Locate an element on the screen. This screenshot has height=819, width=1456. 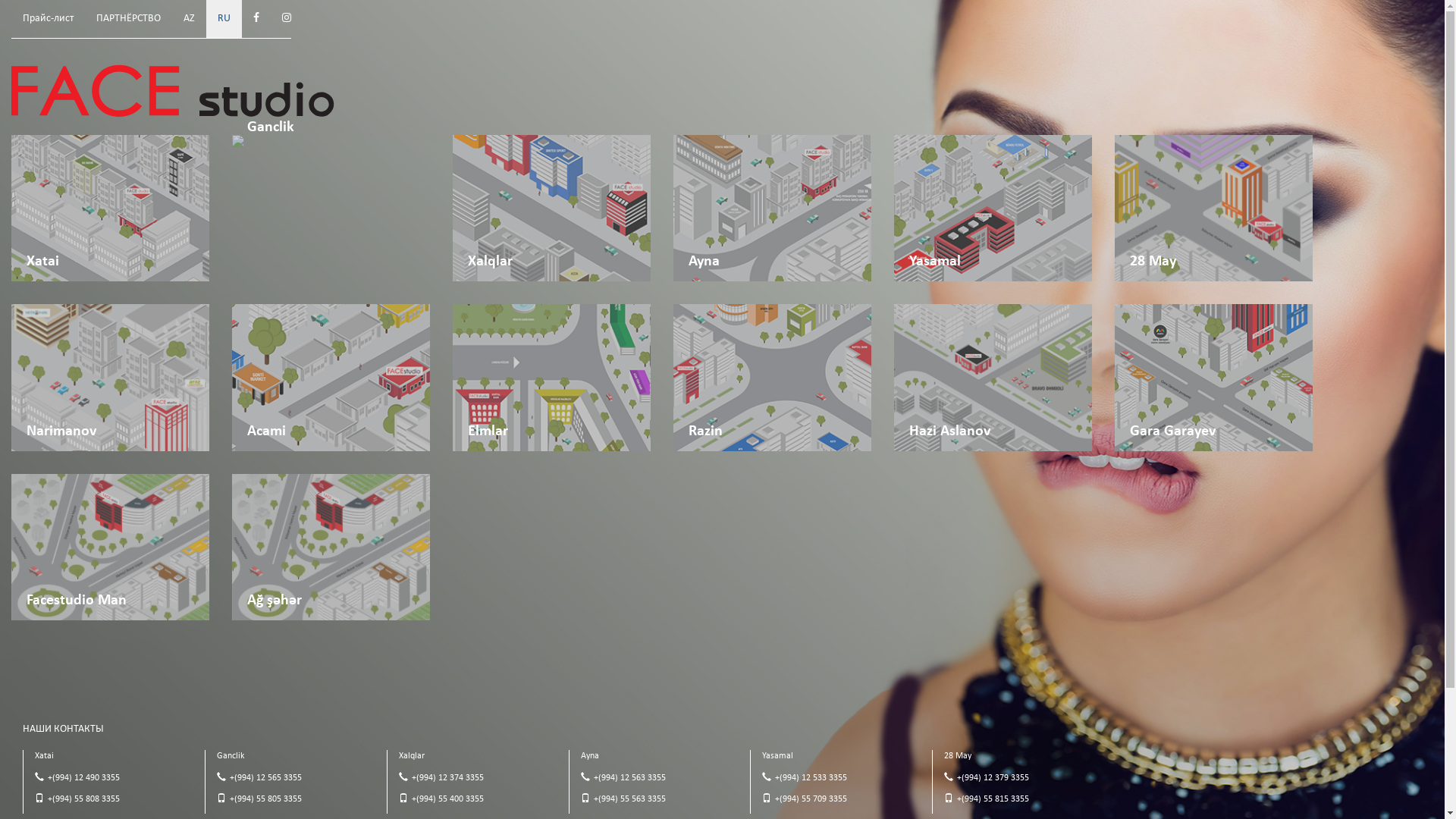
'Ayna' is located at coordinates (772, 208).